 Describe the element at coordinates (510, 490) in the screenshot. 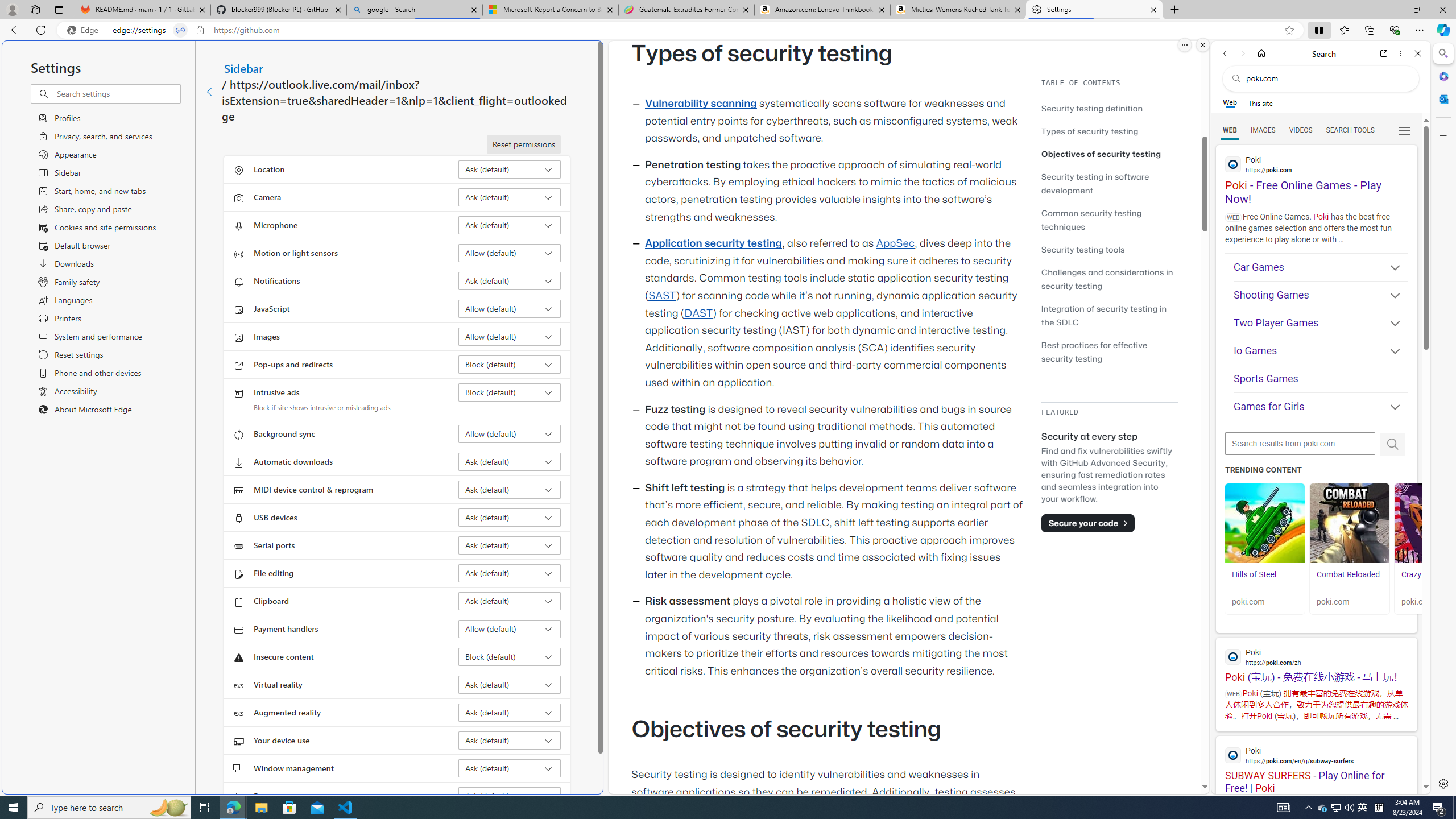

I see `'MIDI device control & reprogram Ask (default)'` at that location.